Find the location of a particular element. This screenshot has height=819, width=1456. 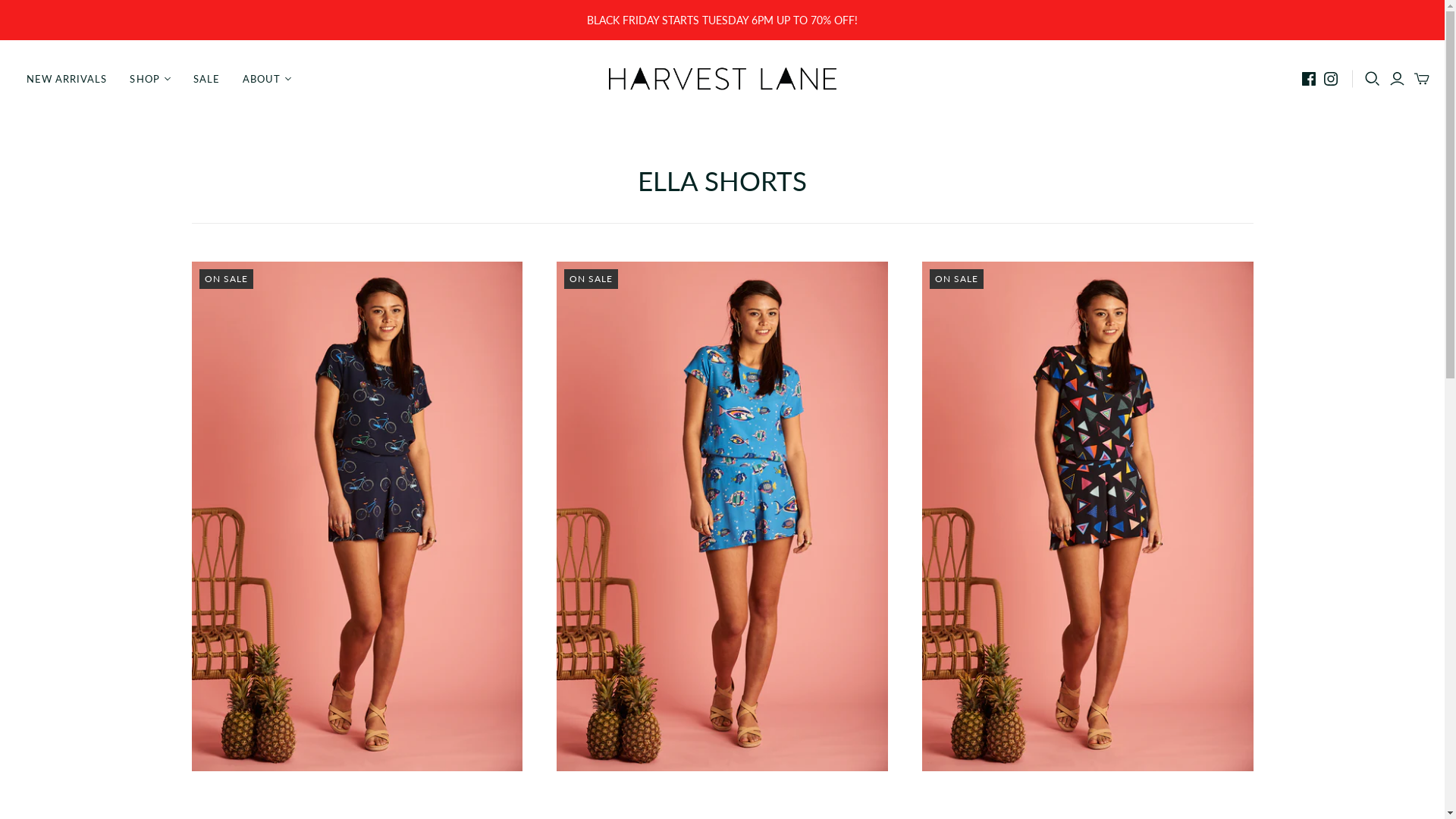

'BLACK FRIDAY STARTS TUESDAY 6PM UP TO 70% OFF!' is located at coordinates (721, 20).